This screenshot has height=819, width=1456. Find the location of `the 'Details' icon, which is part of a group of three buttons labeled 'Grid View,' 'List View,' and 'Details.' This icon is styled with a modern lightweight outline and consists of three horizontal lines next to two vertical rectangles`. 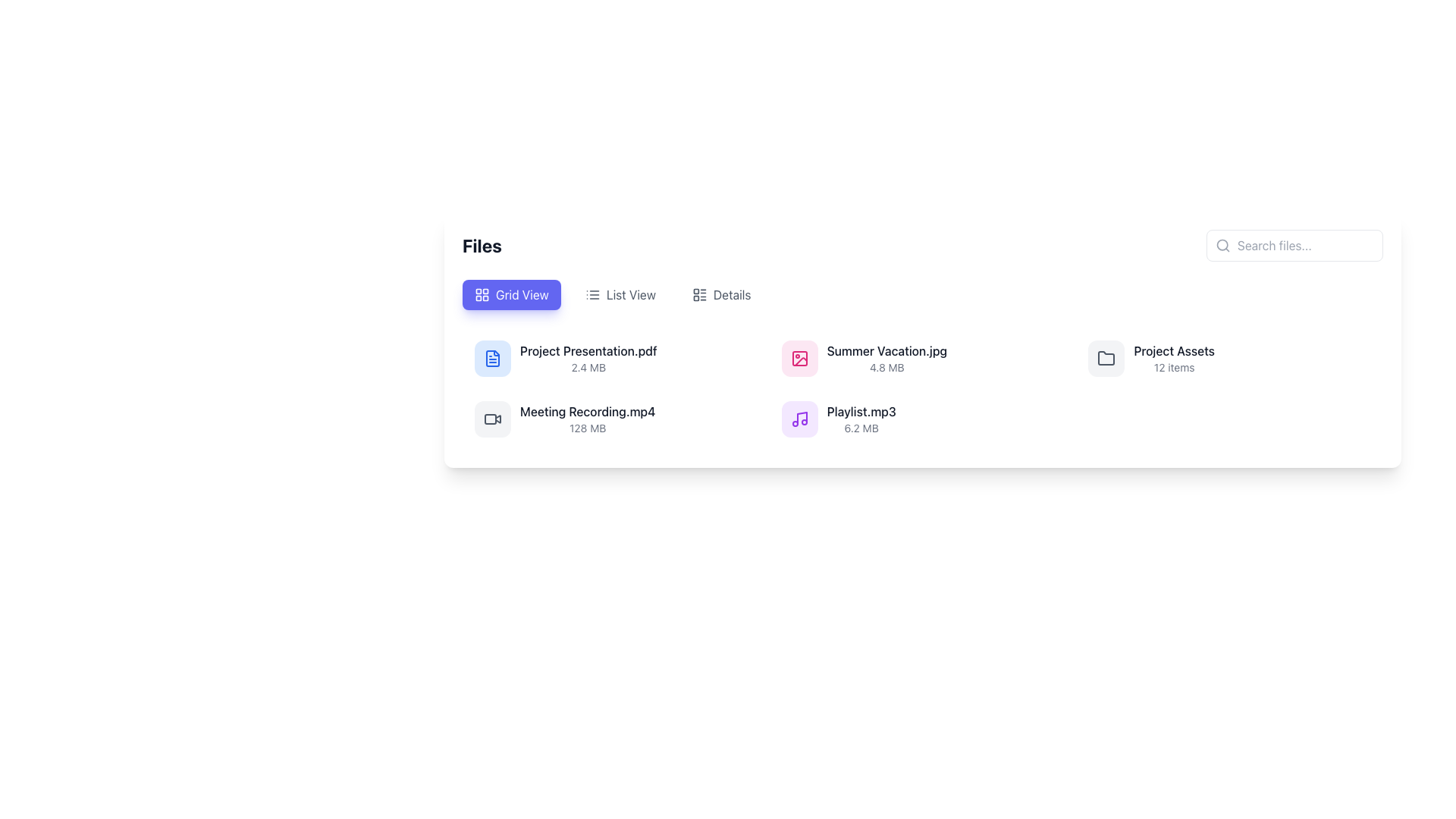

the 'Details' icon, which is part of a group of three buttons labeled 'Grid View,' 'List View,' and 'Details.' This icon is styled with a modern lightweight outline and consists of three horizontal lines next to two vertical rectangles is located at coordinates (698, 295).